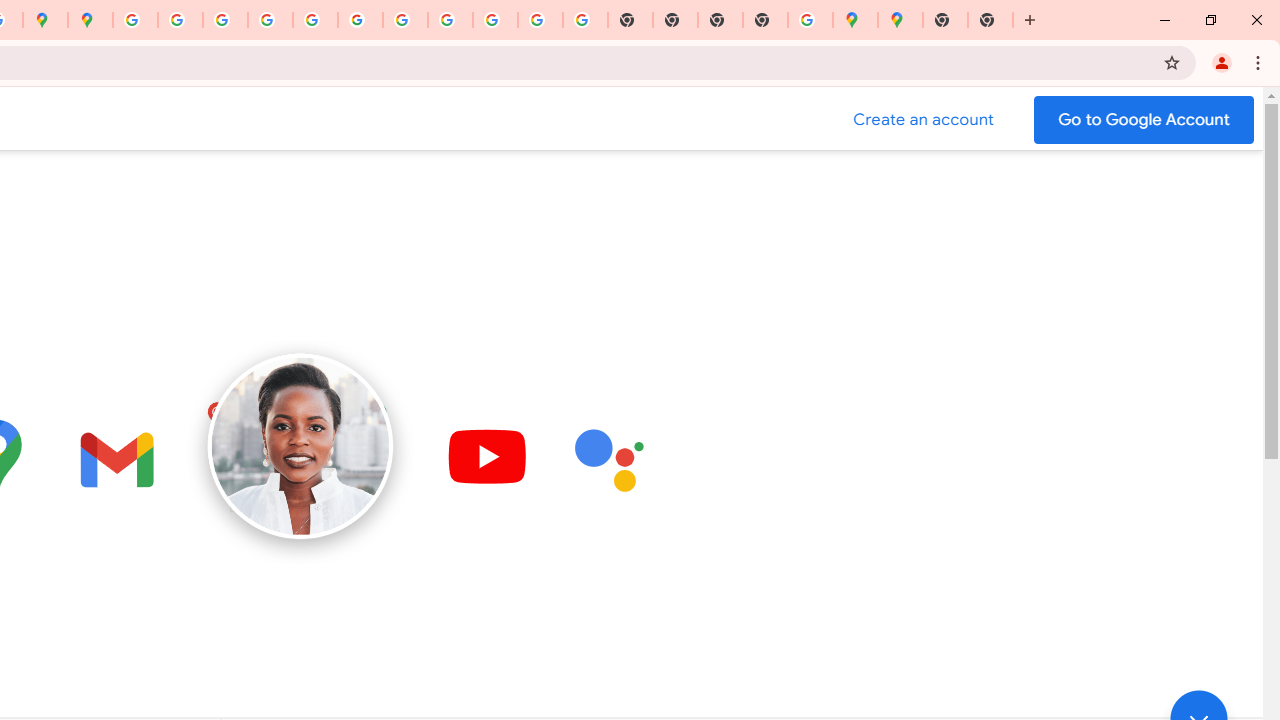 The height and width of the screenshot is (720, 1280). I want to click on 'Google Maps', so click(899, 20).